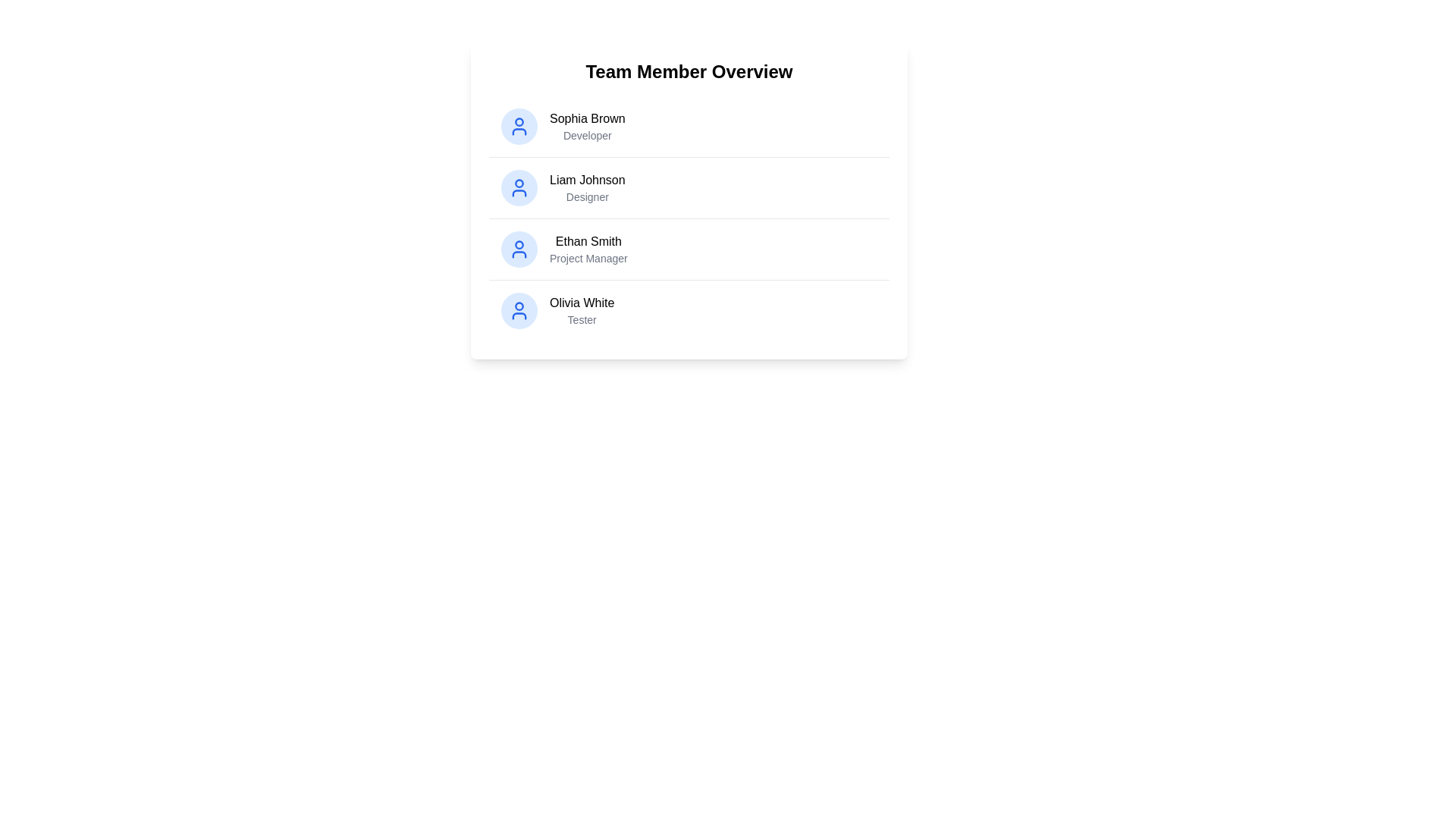 This screenshot has width=1456, height=819. What do you see at coordinates (519, 125) in the screenshot?
I see `the user icon for 'Sophia Brown', located in the top-left area of the 'Team Member Overview' card, which is the first icon in a vertical list of user icons` at bounding box center [519, 125].